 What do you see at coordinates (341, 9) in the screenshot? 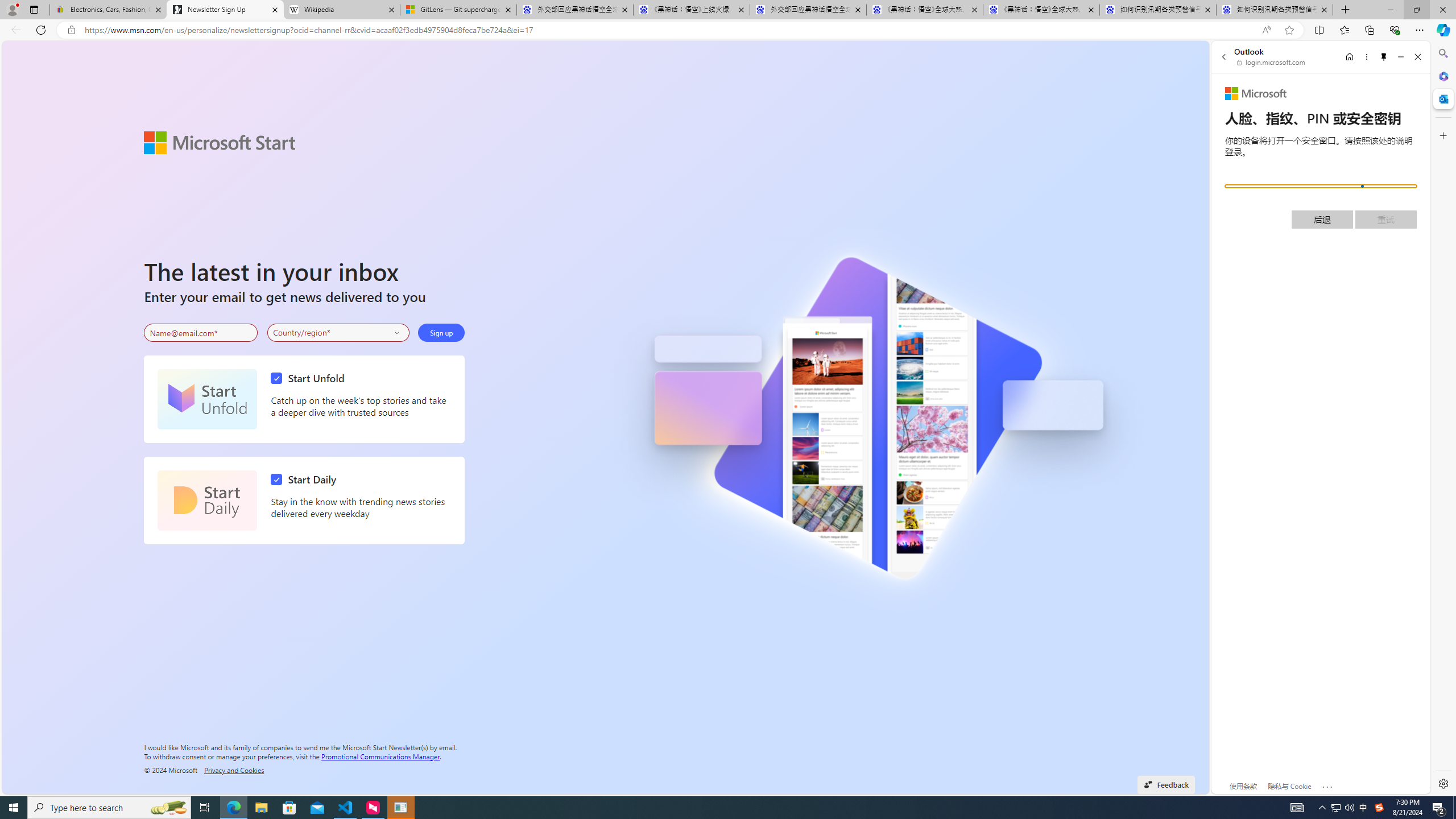
I see `'Wikipedia'` at bounding box center [341, 9].